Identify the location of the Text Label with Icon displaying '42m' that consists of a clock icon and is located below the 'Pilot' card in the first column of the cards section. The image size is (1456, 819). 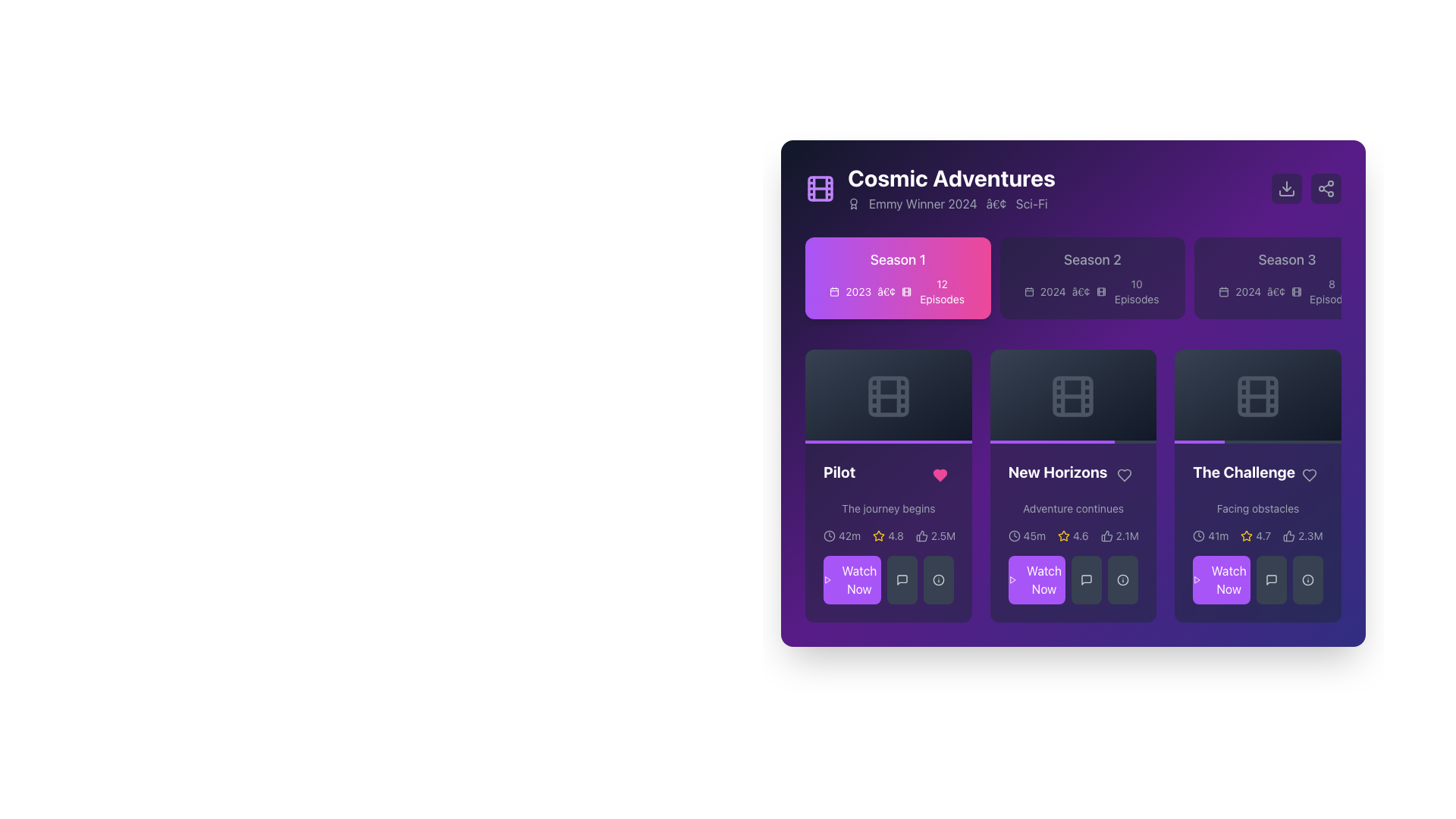
(841, 535).